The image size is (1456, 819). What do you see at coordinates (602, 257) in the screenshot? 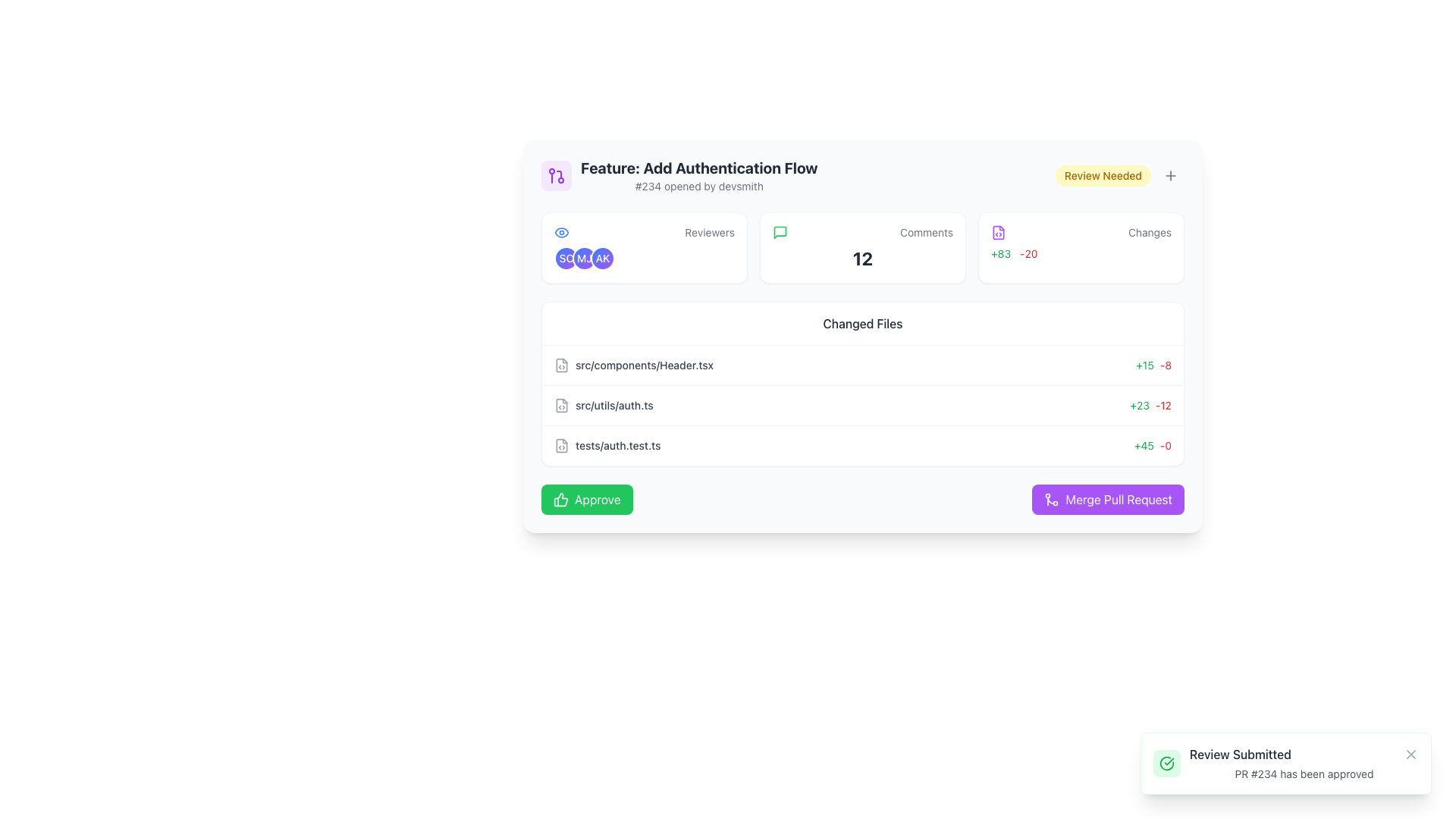
I see `the third circular badge labeled 'AK' with a gradient background in the 'Reviewers' section` at bounding box center [602, 257].